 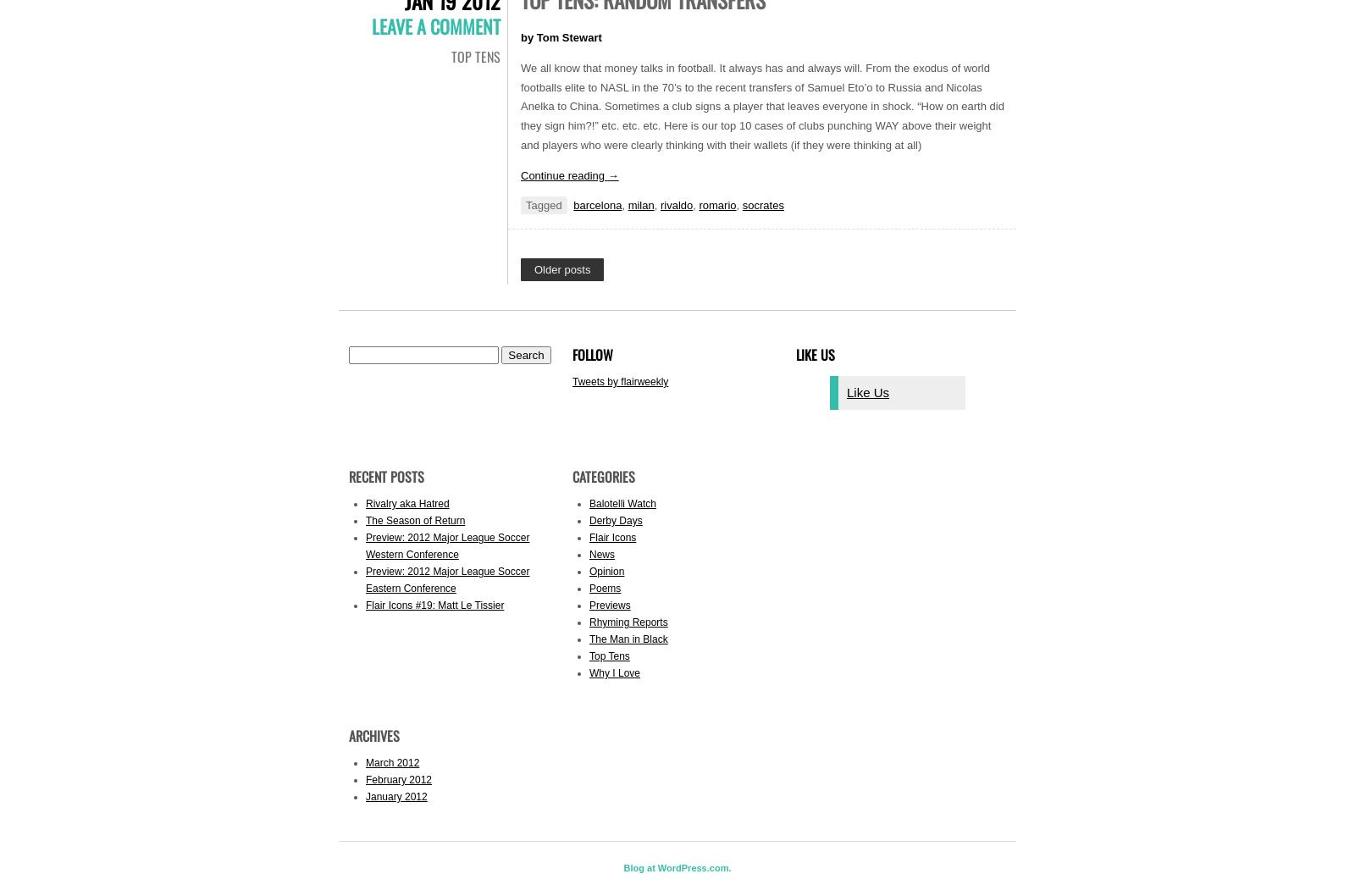 I want to click on 'barcelona', so click(x=597, y=205).